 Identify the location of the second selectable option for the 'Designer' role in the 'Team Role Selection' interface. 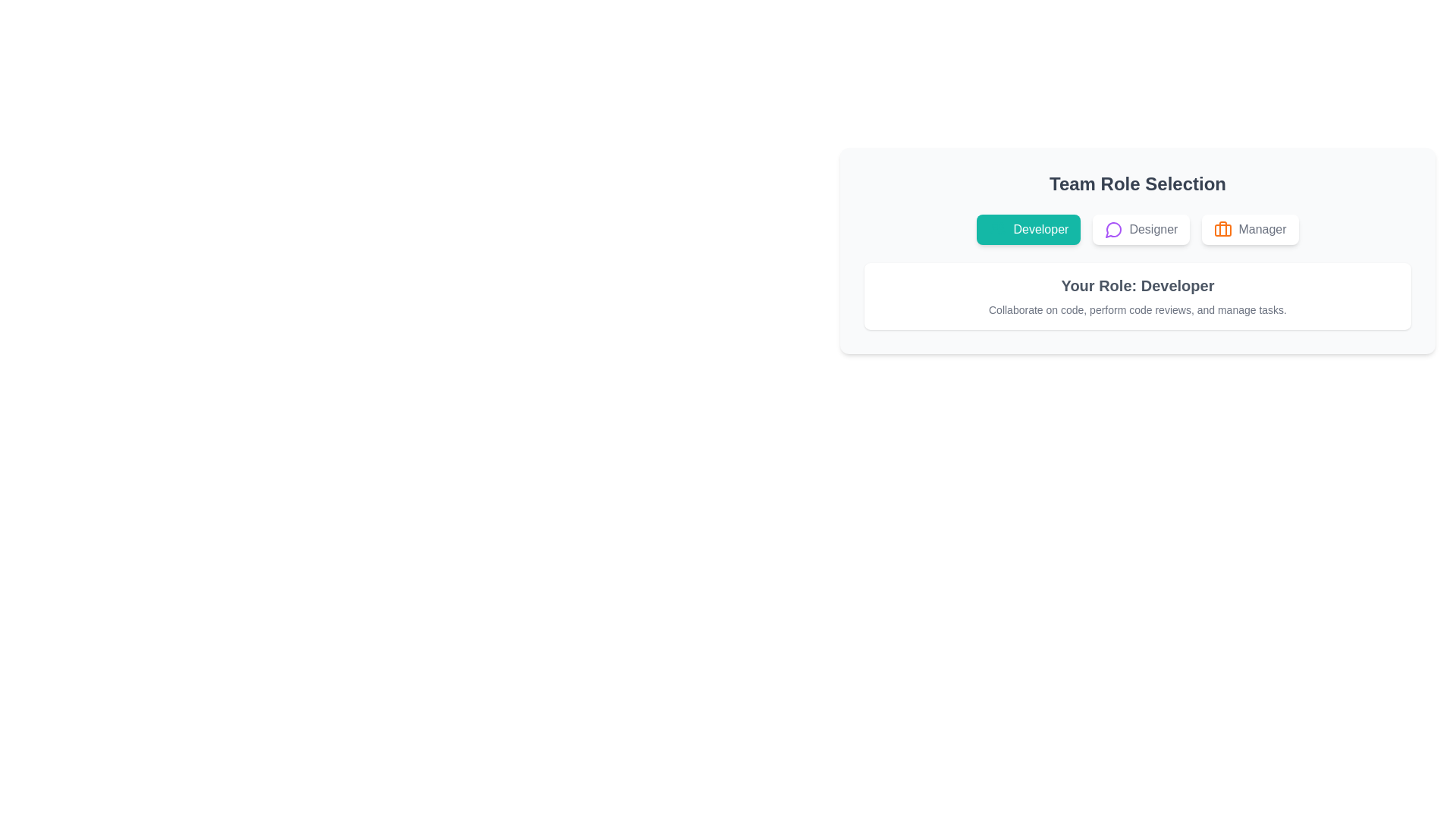
(1141, 230).